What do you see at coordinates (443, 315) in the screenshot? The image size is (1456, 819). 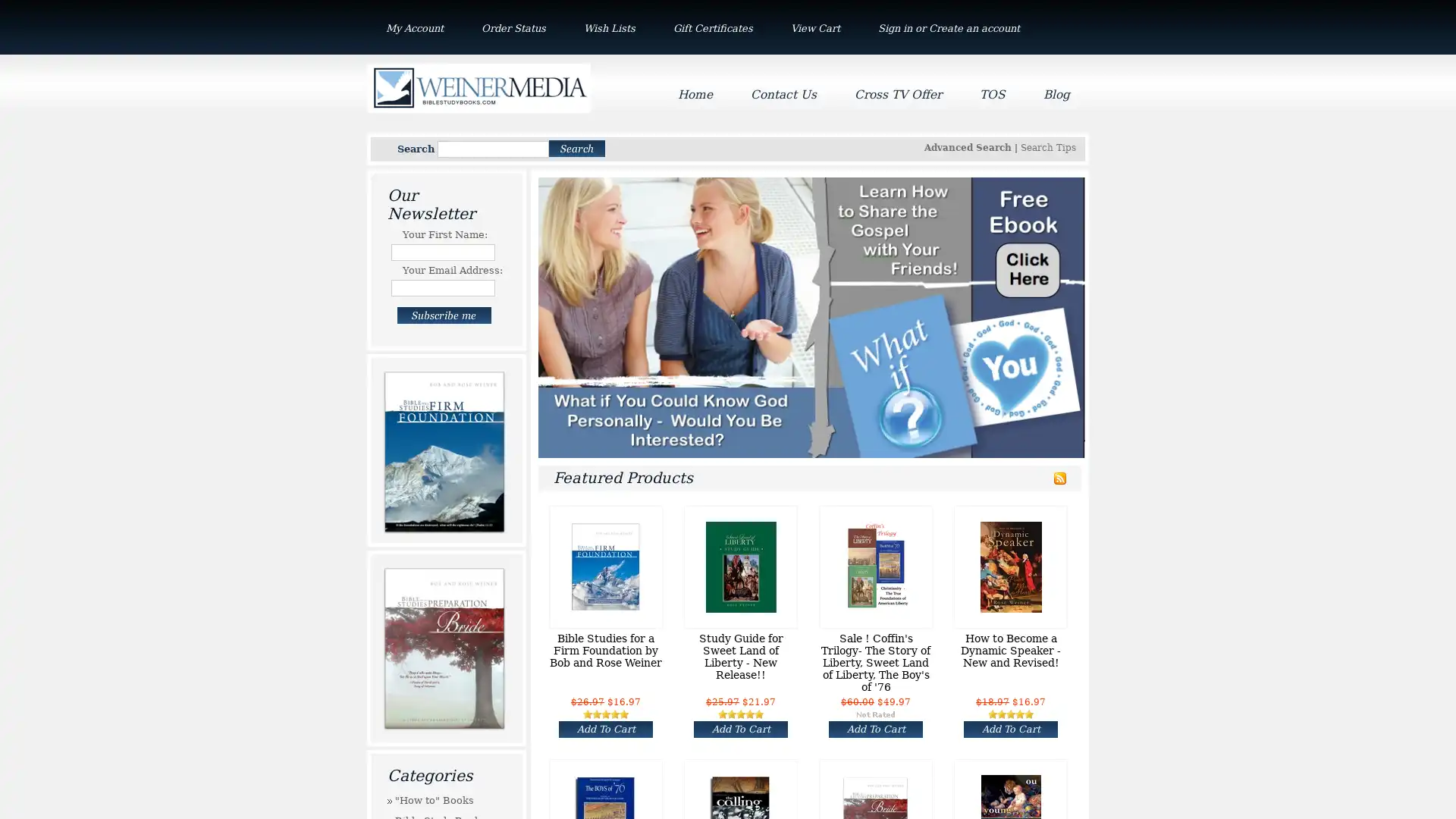 I see `Subscribe` at bounding box center [443, 315].